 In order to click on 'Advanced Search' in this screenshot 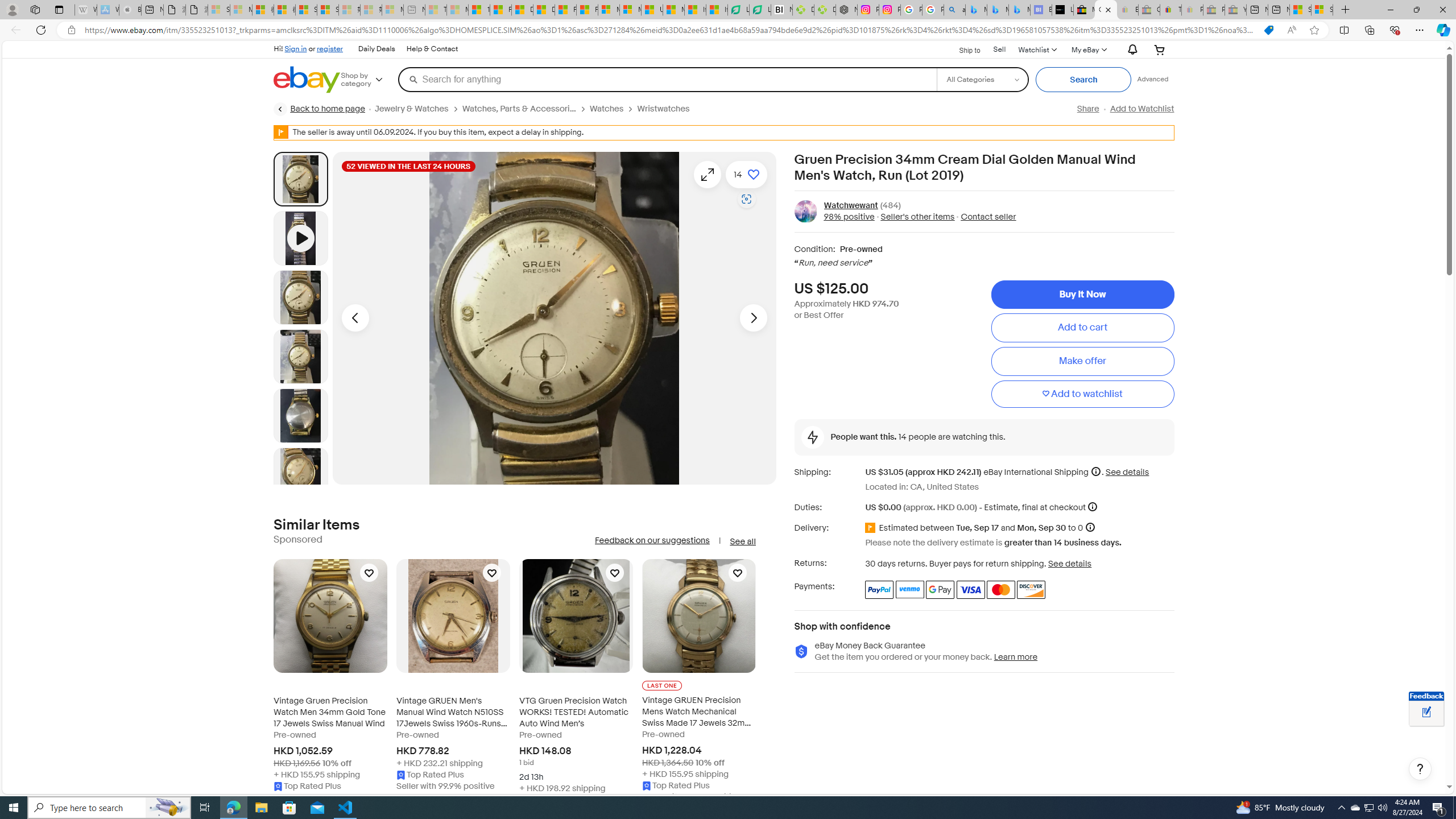, I will do `click(1152, 78)`.